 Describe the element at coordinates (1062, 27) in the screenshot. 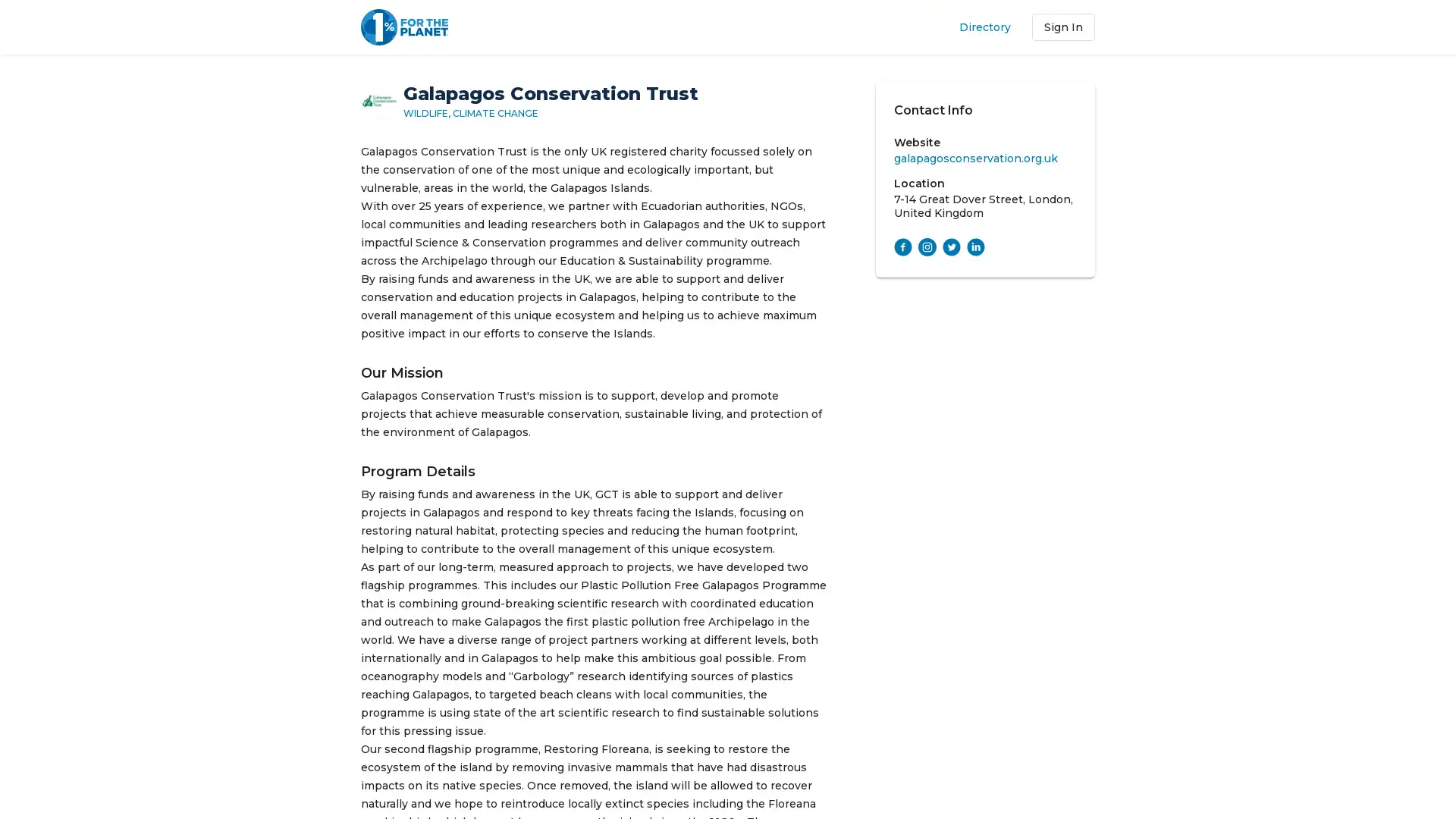

I see `Sign In` at that location.